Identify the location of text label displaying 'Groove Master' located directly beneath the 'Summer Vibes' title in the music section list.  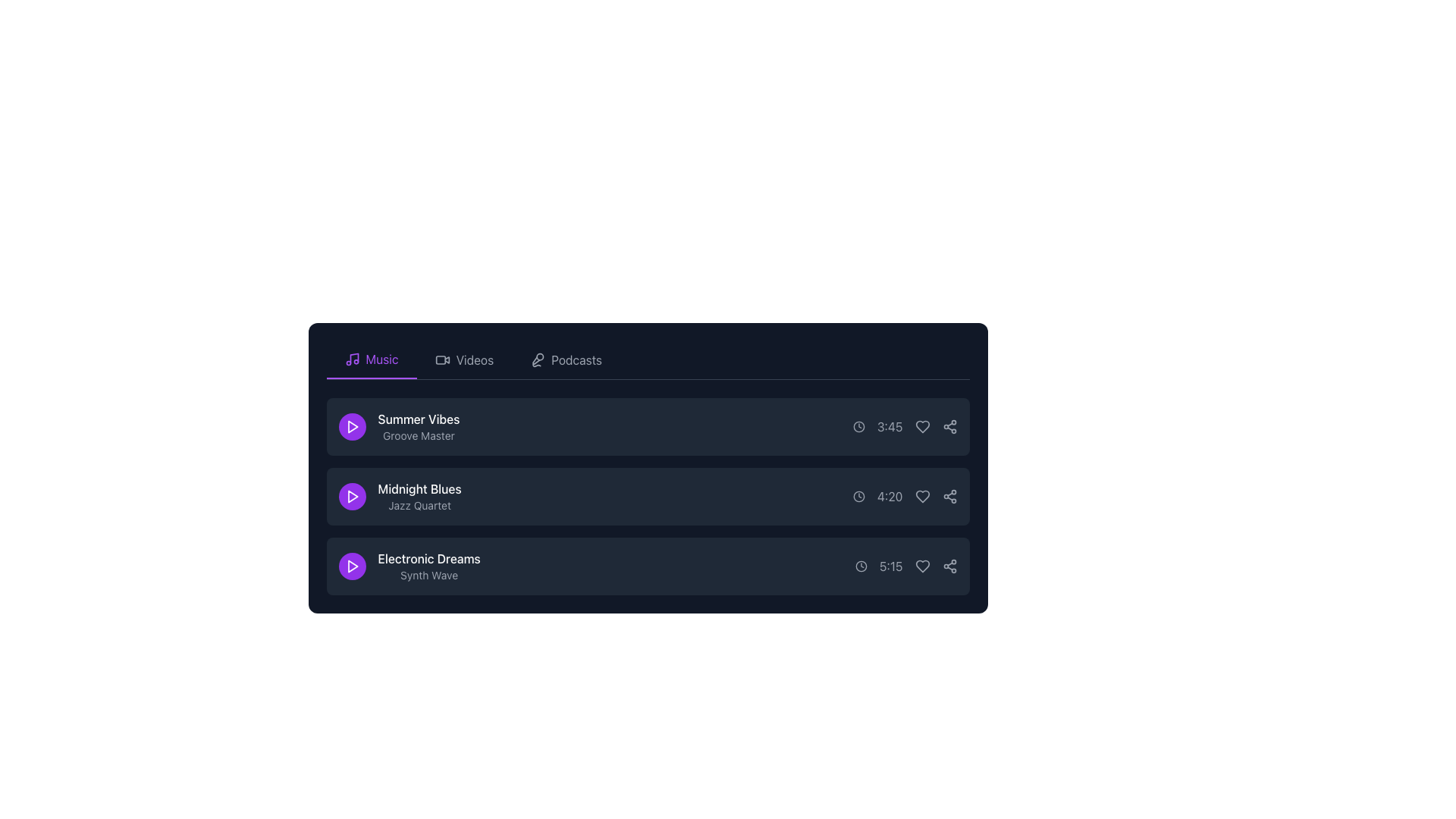
(419, 435).